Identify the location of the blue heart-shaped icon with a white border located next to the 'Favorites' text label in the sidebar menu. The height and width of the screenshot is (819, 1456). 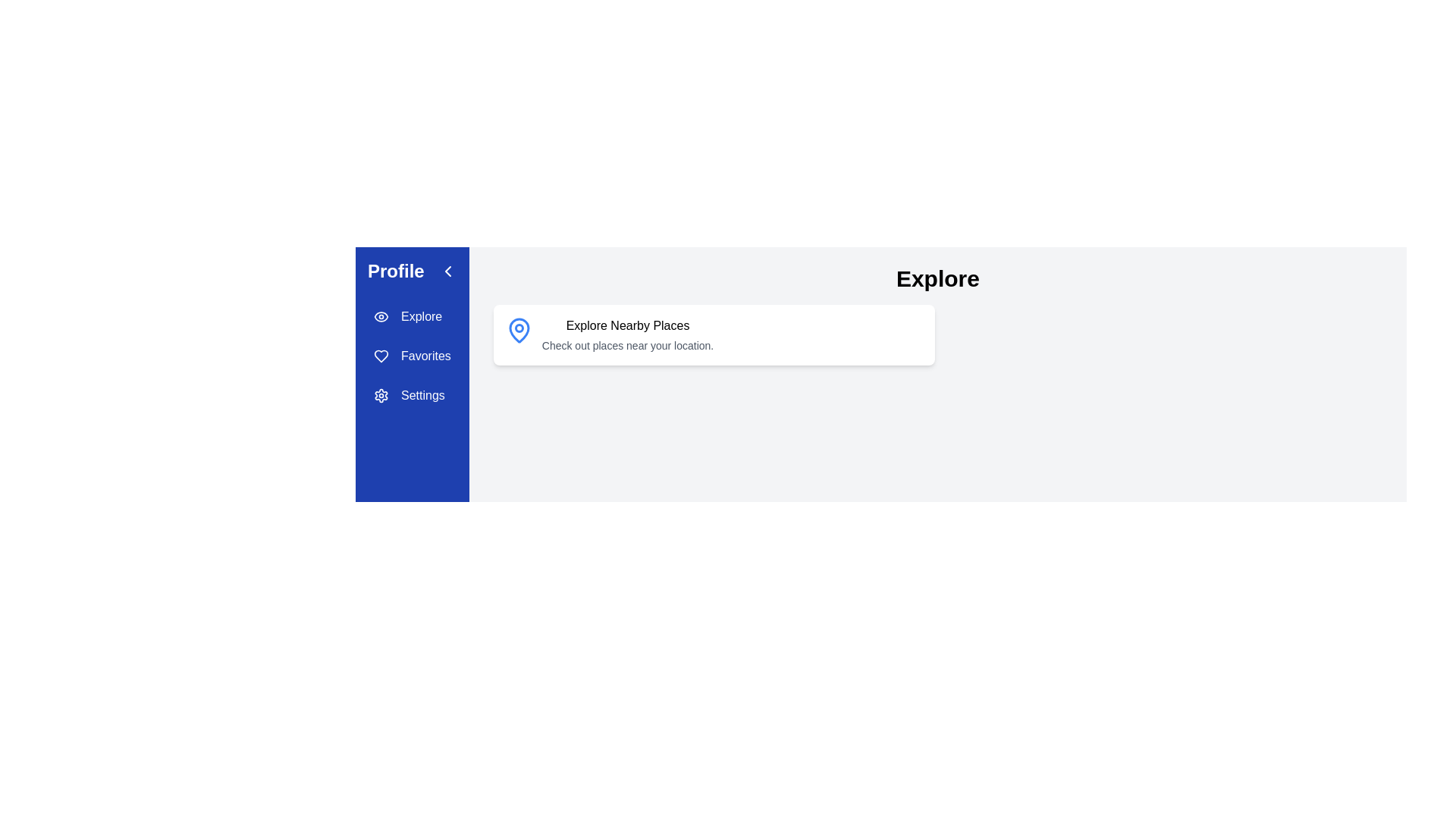
(381, 356).